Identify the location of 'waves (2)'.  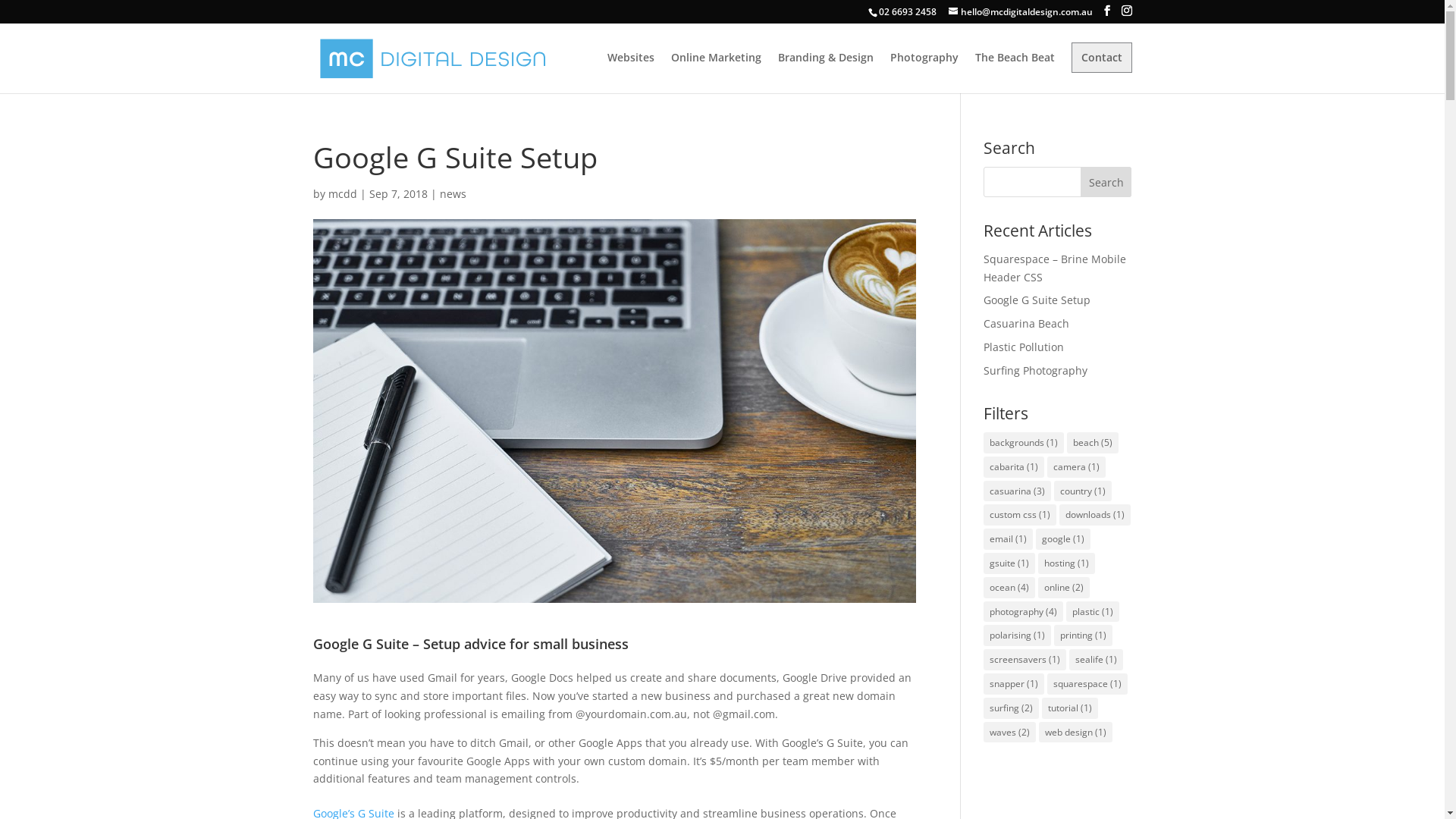
(1009, 731).